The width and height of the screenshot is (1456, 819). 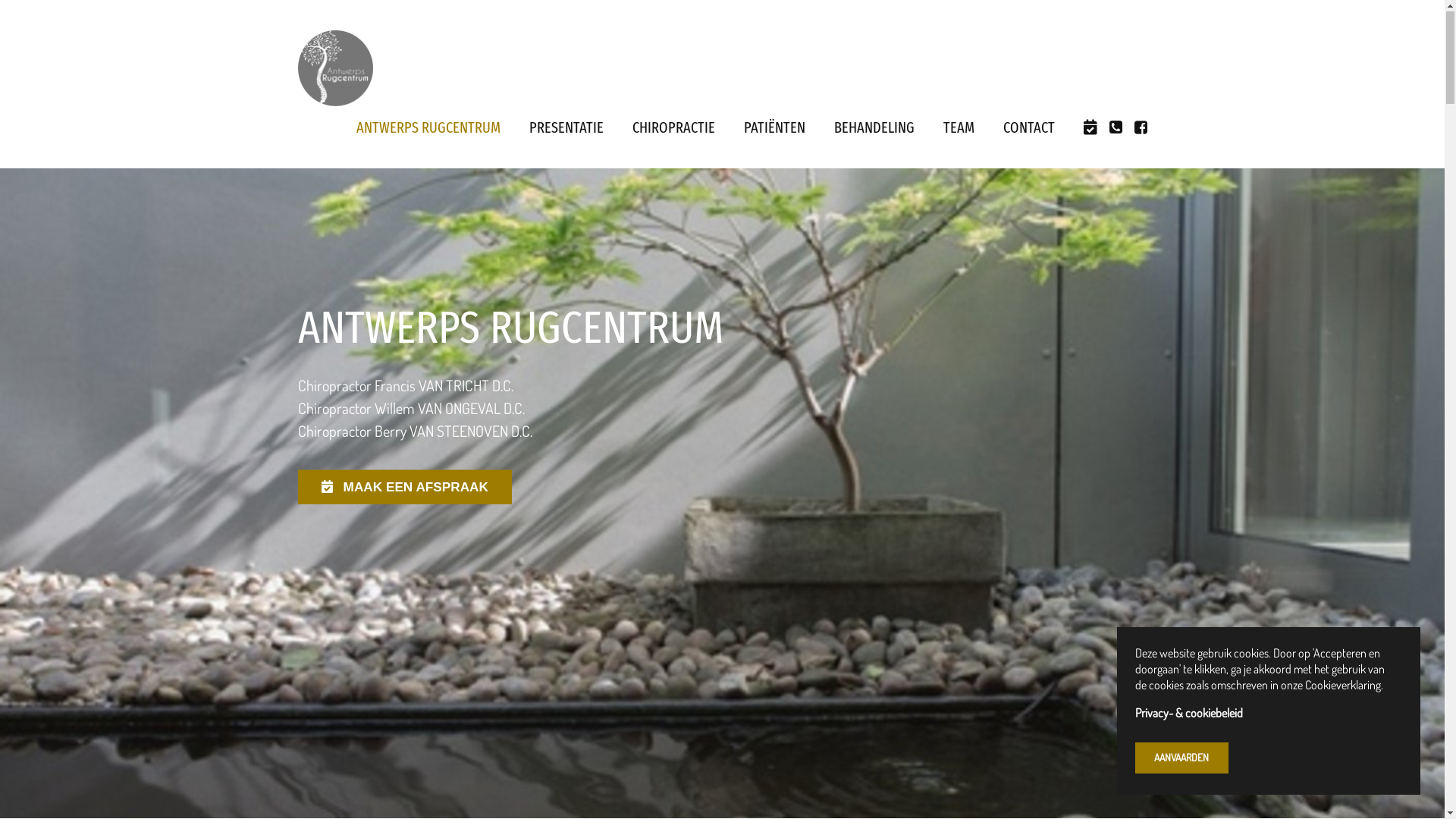 I want to click on 'ANTWERPS RUGCENTRUM', so click(x=428, y=127).